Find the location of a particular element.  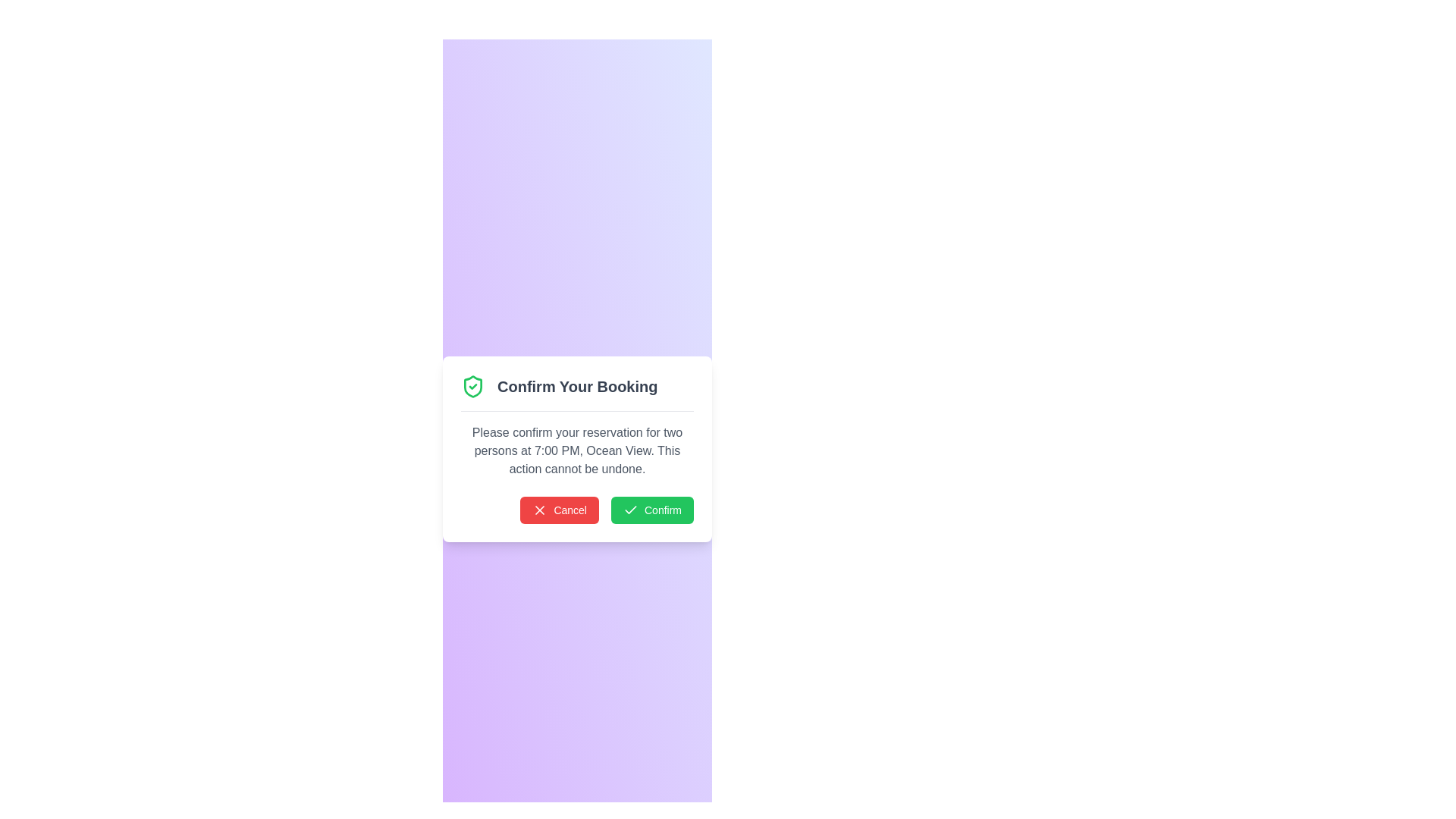

the checkmark icon within the 'Confirm' button in the confirmation dialog box, which indicates confirmation or approval is located at coordinates (630, 510).